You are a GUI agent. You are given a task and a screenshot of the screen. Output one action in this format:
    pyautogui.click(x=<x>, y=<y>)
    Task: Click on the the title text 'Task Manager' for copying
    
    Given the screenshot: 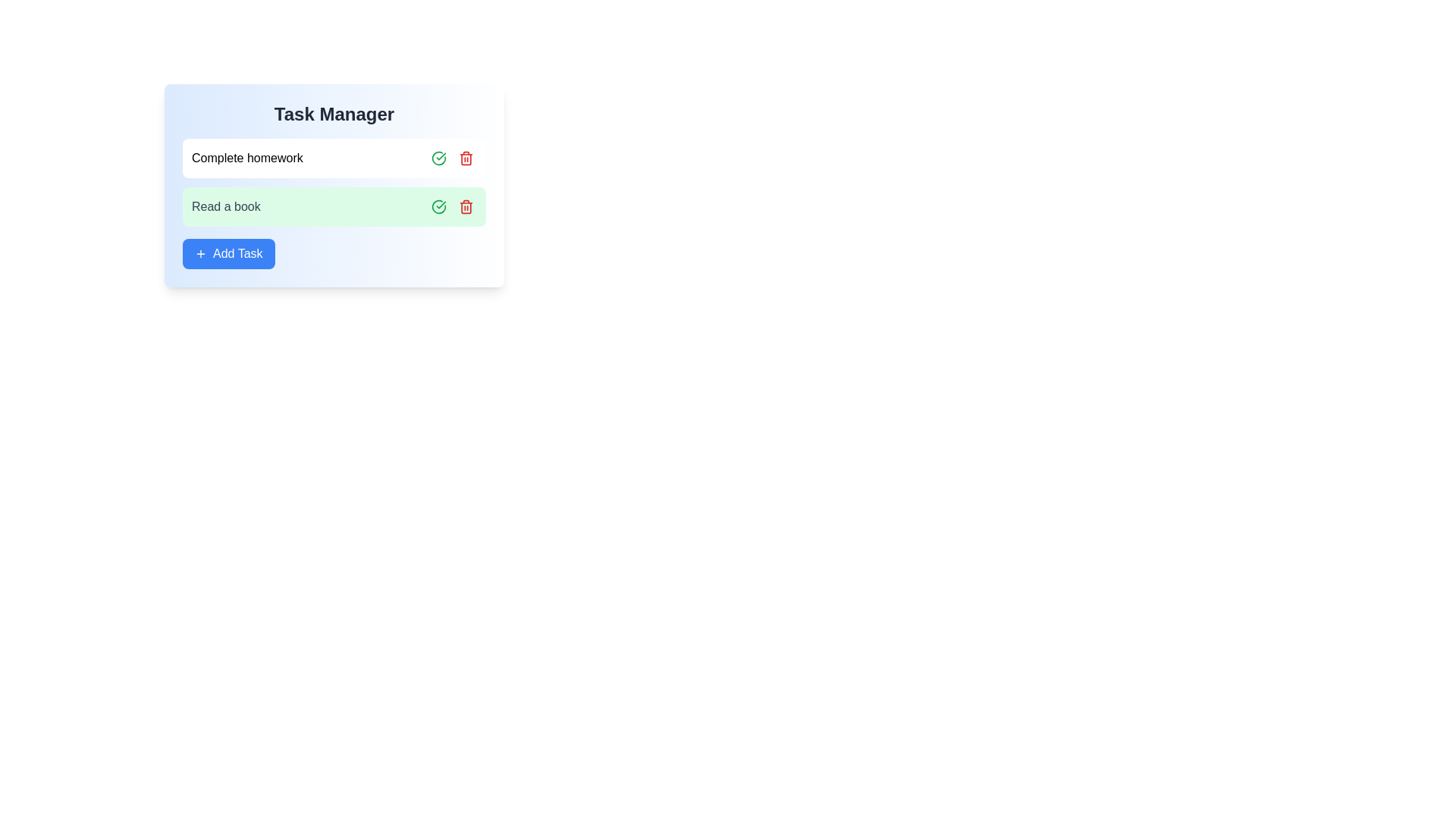 What is the action you would take?
    pyautogui.click(x=334, y=113)
    